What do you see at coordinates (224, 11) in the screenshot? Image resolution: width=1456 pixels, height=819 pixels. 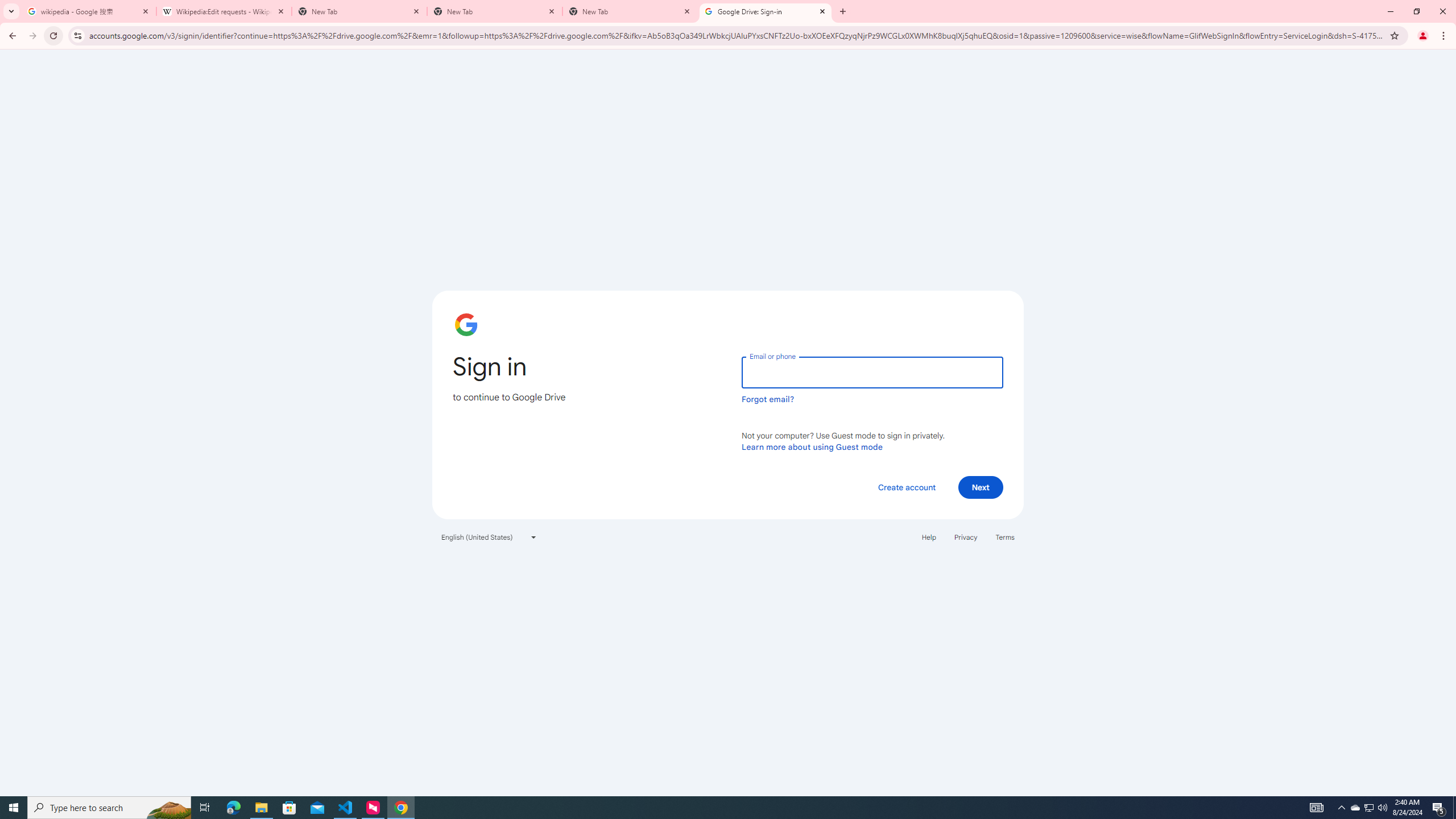 I see `'Wikipedia:Edit requests - Wikipedia'` at bounding box center [224, 11].